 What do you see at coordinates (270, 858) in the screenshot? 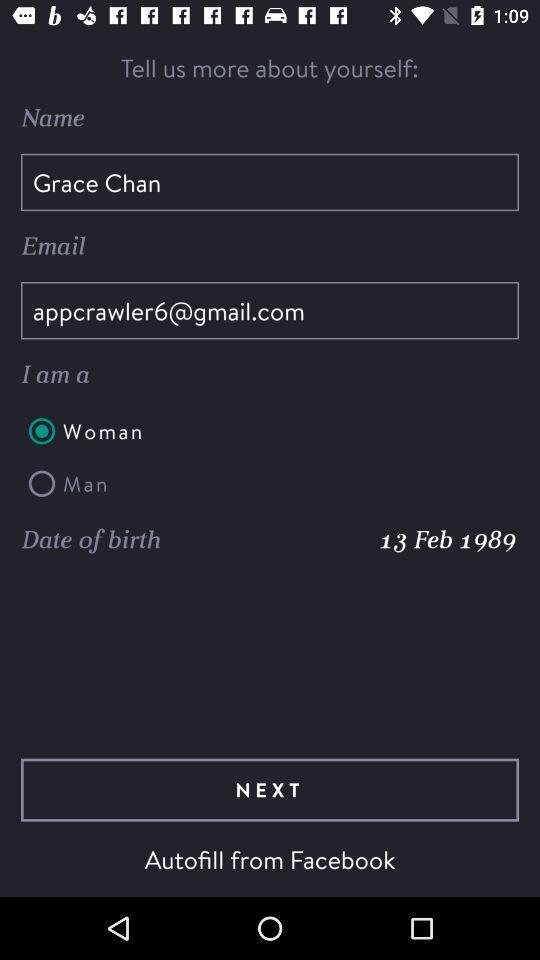
I see `autofill from facebook item` at bounding box center [270, 858].